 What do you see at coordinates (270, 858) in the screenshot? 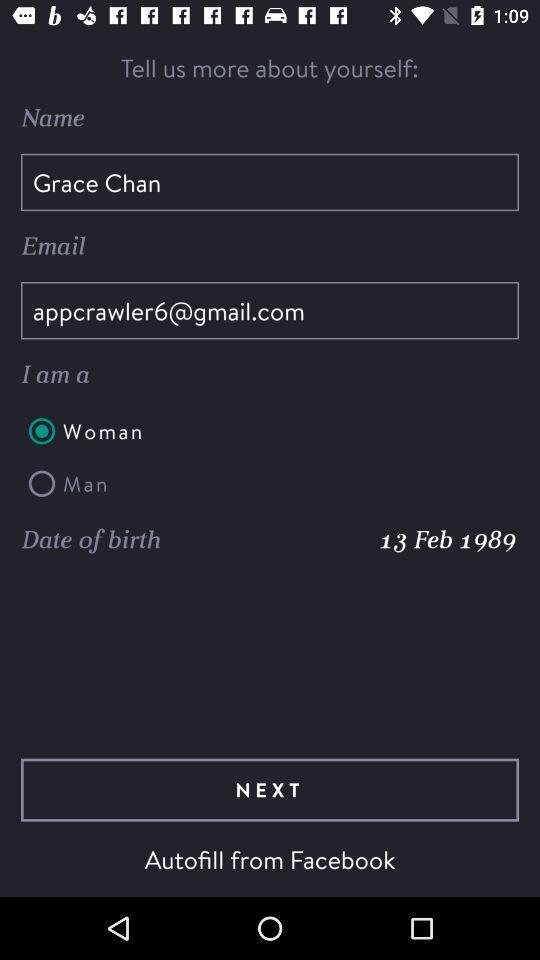
I see `autofill from facebook item` at bounding box center [270, 858].